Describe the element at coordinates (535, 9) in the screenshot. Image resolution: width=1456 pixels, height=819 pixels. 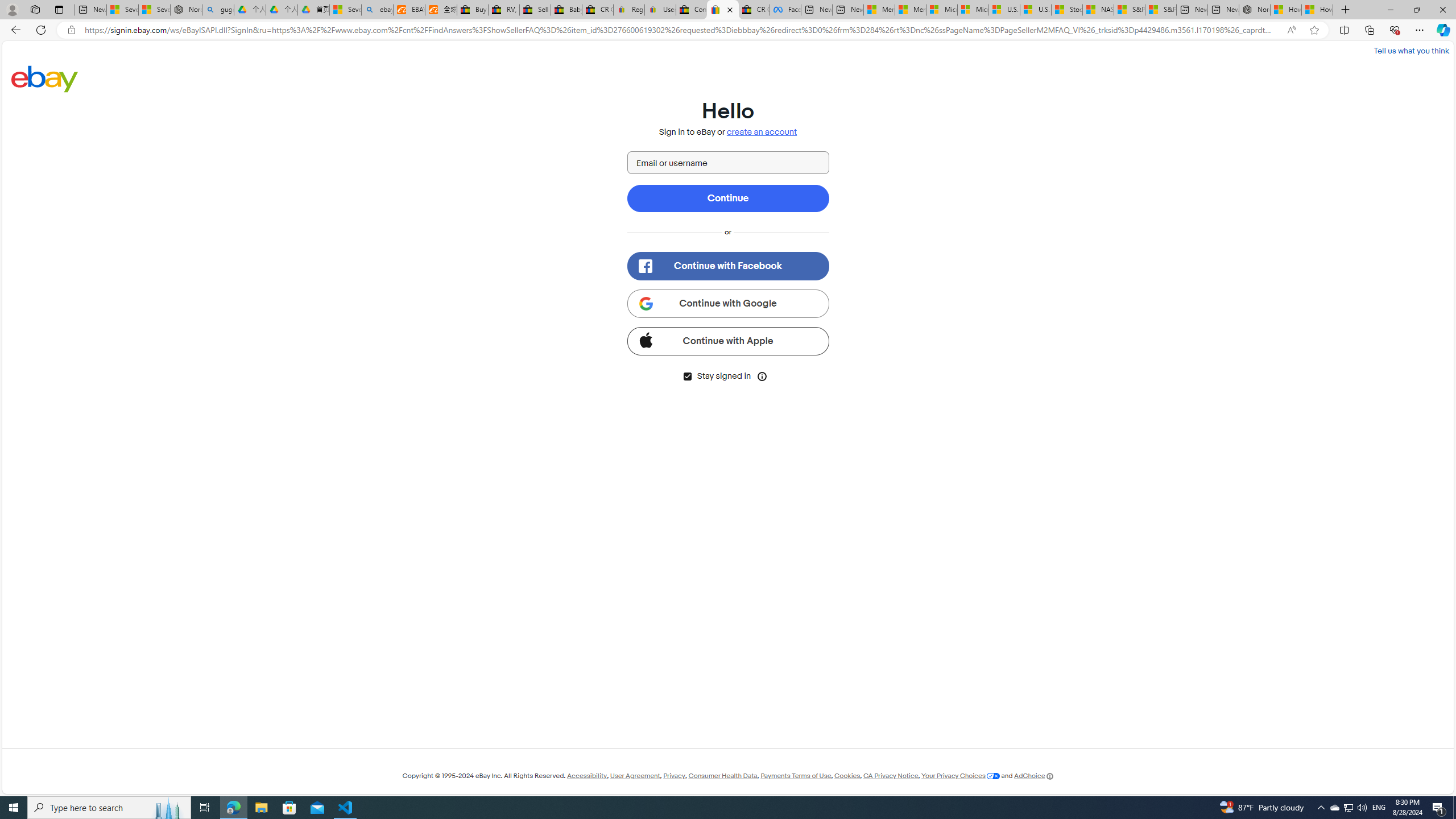
I see `'Sell worldwide with eBay'` at that location.